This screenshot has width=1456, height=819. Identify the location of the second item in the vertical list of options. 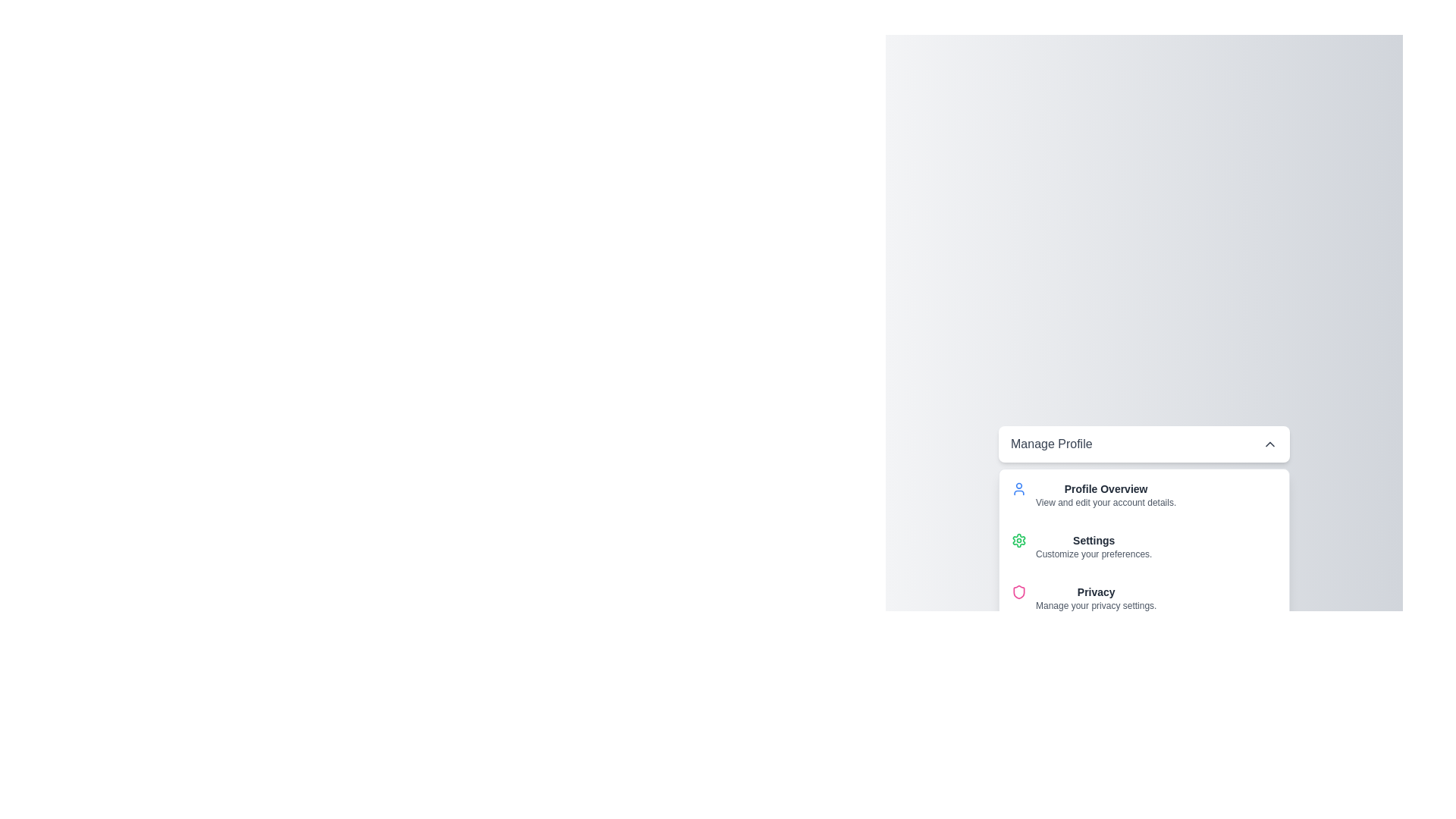
(1144, 547).